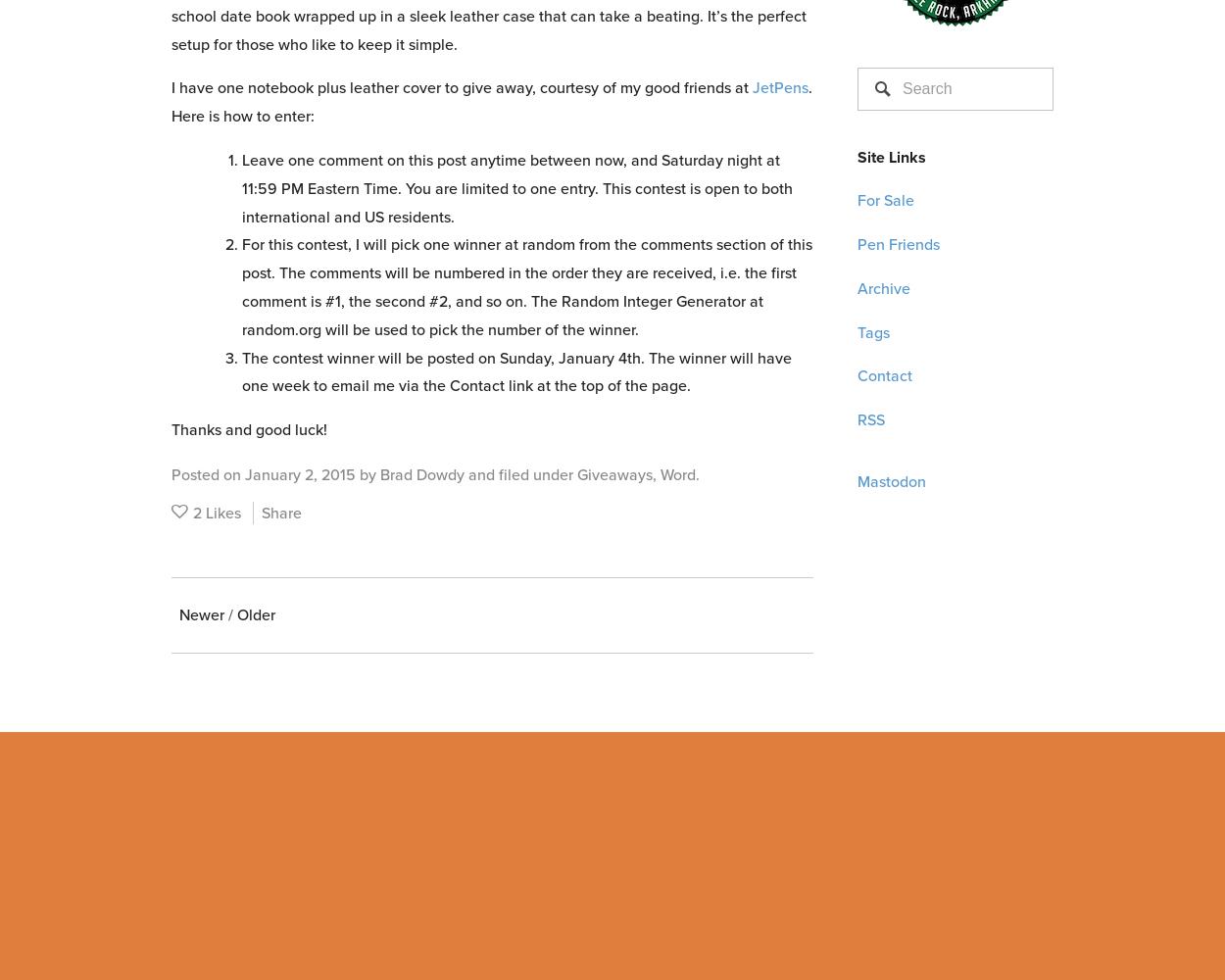 The image size is (1225, 980). What do you see at coordinates (677, 472) in the screenshot?
I see `'Word'` at bounding box center [677, 472].